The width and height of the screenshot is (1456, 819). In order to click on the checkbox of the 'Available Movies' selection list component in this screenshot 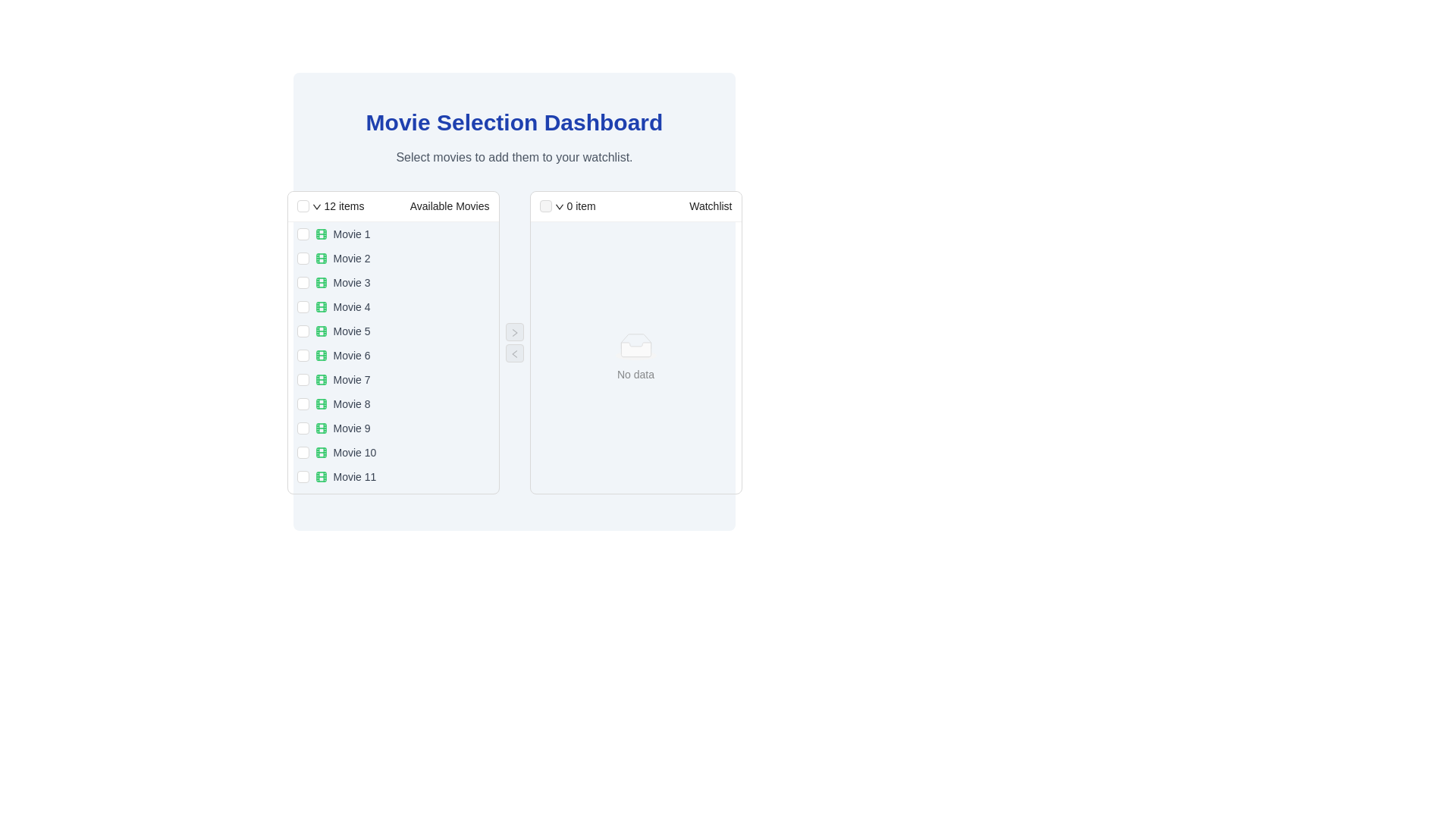, I will do `click(393, 342)`.